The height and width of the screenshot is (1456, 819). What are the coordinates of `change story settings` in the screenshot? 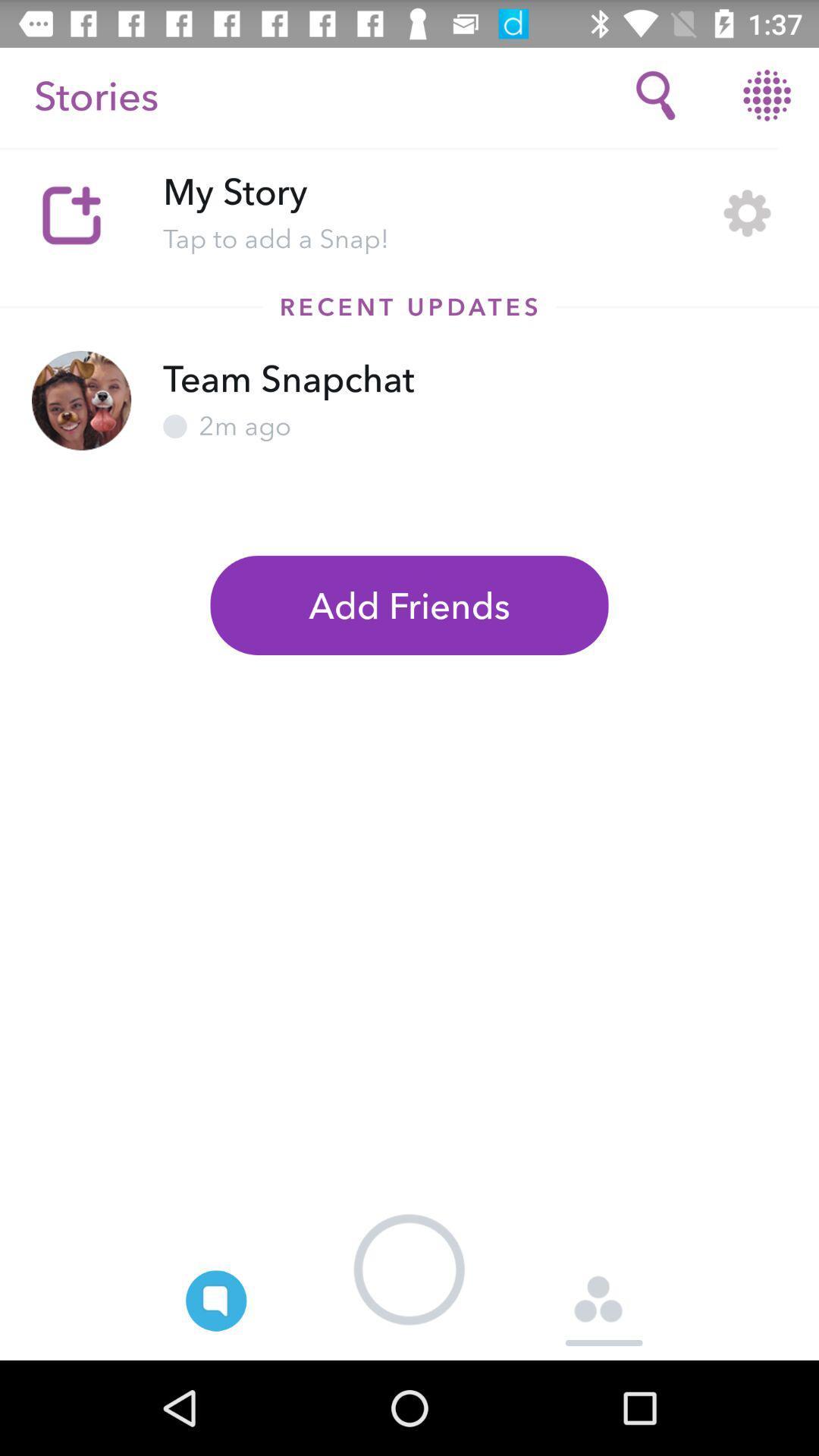 It's located at (746, 212).